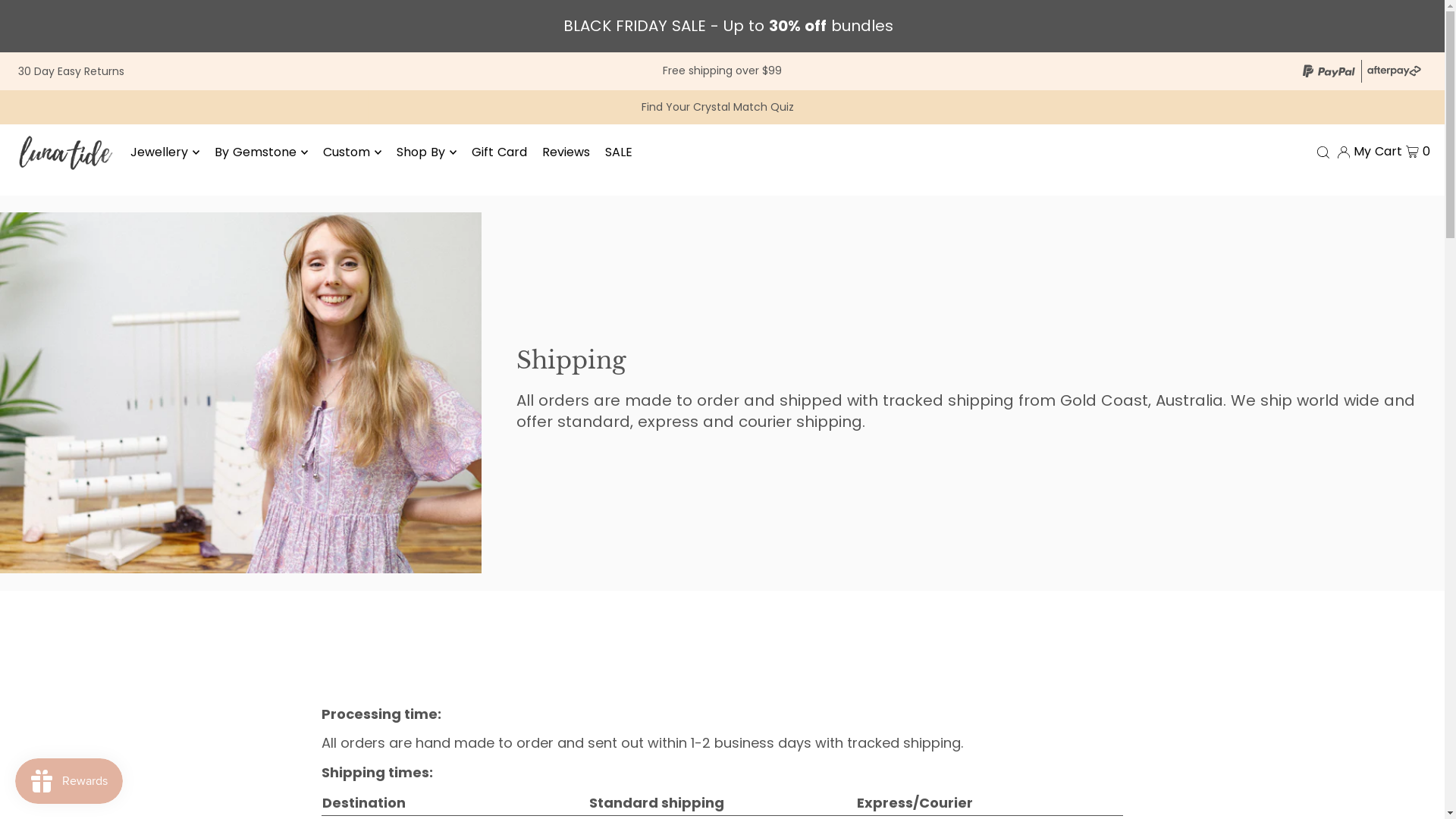  Describe the element at coordinates (471, 152) in the screenshot. I see `'Gift Card'` at that location.